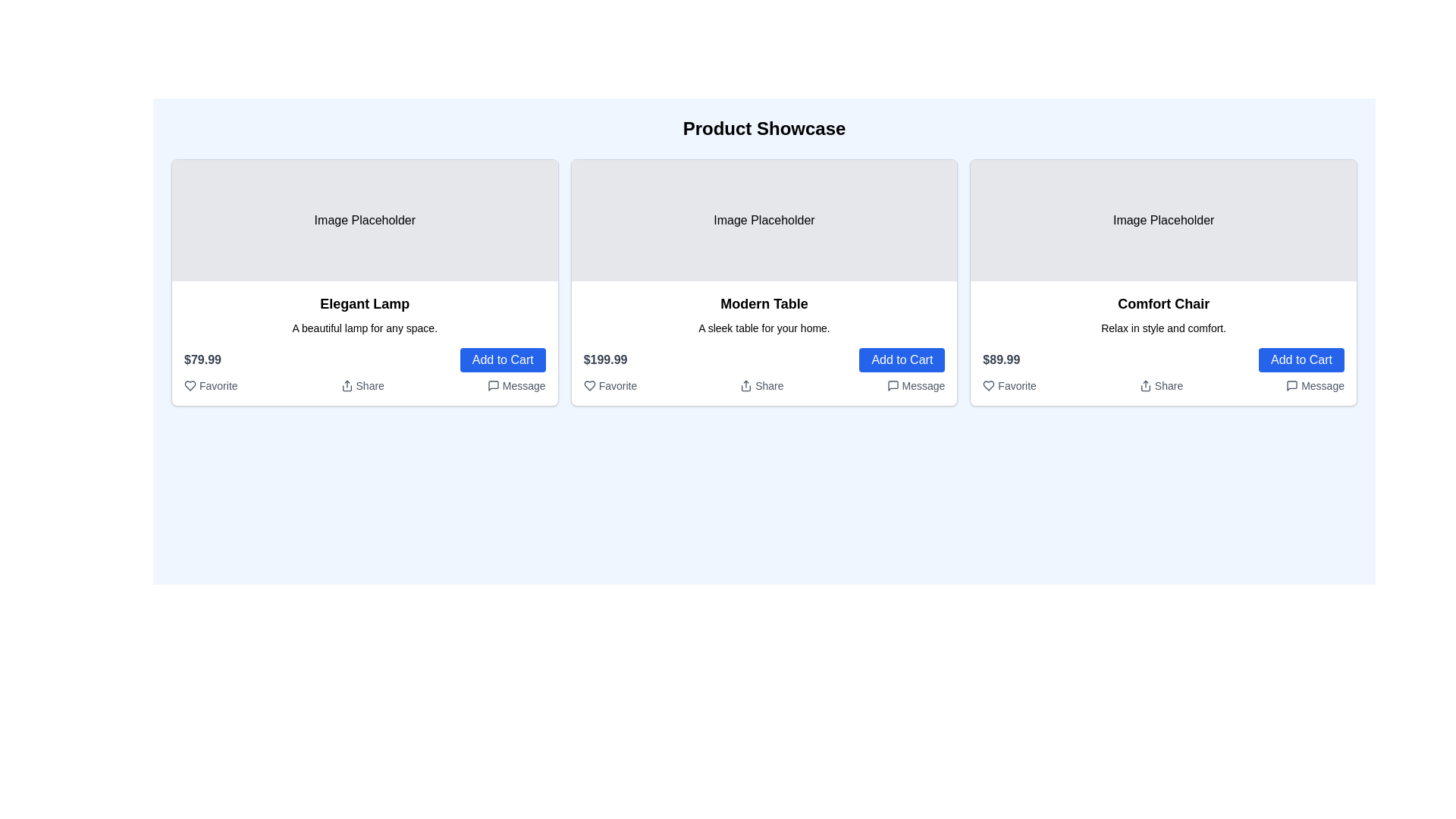  Describe the element at coordinates (1314, 385) in the screenshot. I see `the button to send a message or inquire about the product related to the 'Comfort Chair' card, positioned as the last interactive button in the card's footer` at that location.